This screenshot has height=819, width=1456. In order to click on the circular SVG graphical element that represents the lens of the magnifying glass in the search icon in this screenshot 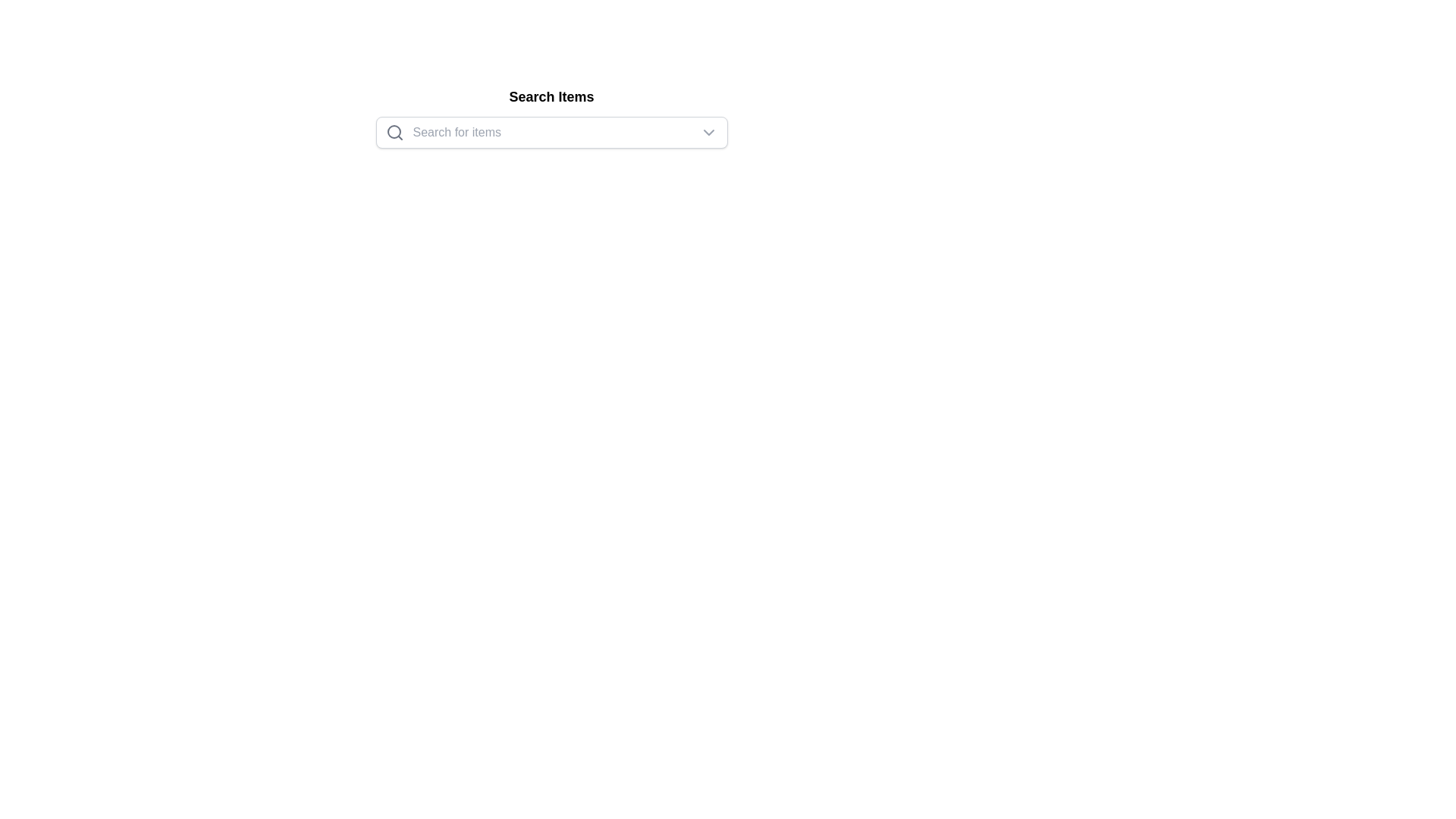, I will do `click(394, 130)`.